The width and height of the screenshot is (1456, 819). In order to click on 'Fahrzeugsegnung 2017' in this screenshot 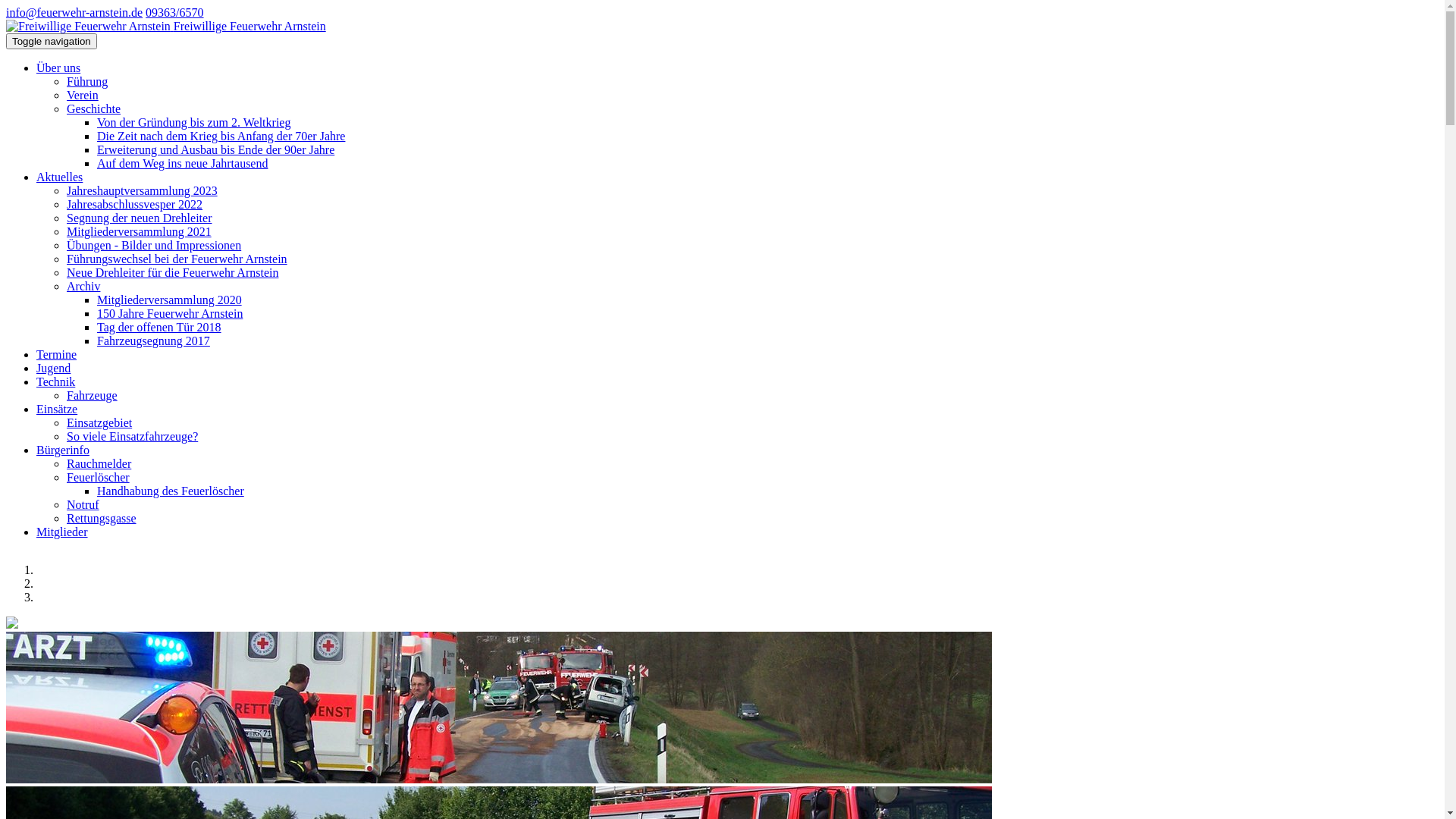, I will do `click(153, 340)`.